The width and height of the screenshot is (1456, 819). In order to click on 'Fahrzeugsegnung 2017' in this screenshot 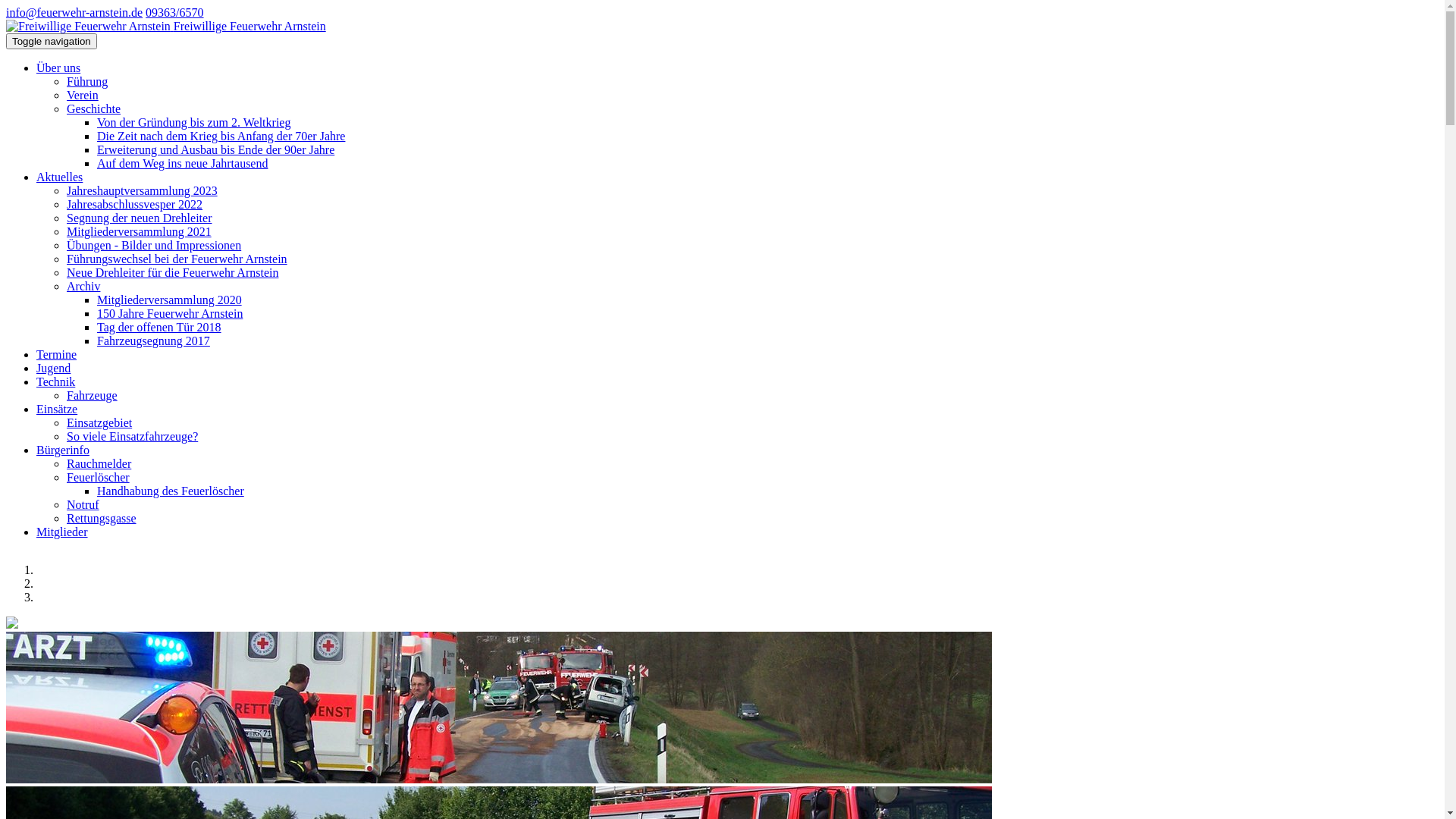, I will do `click(153, 340)`.